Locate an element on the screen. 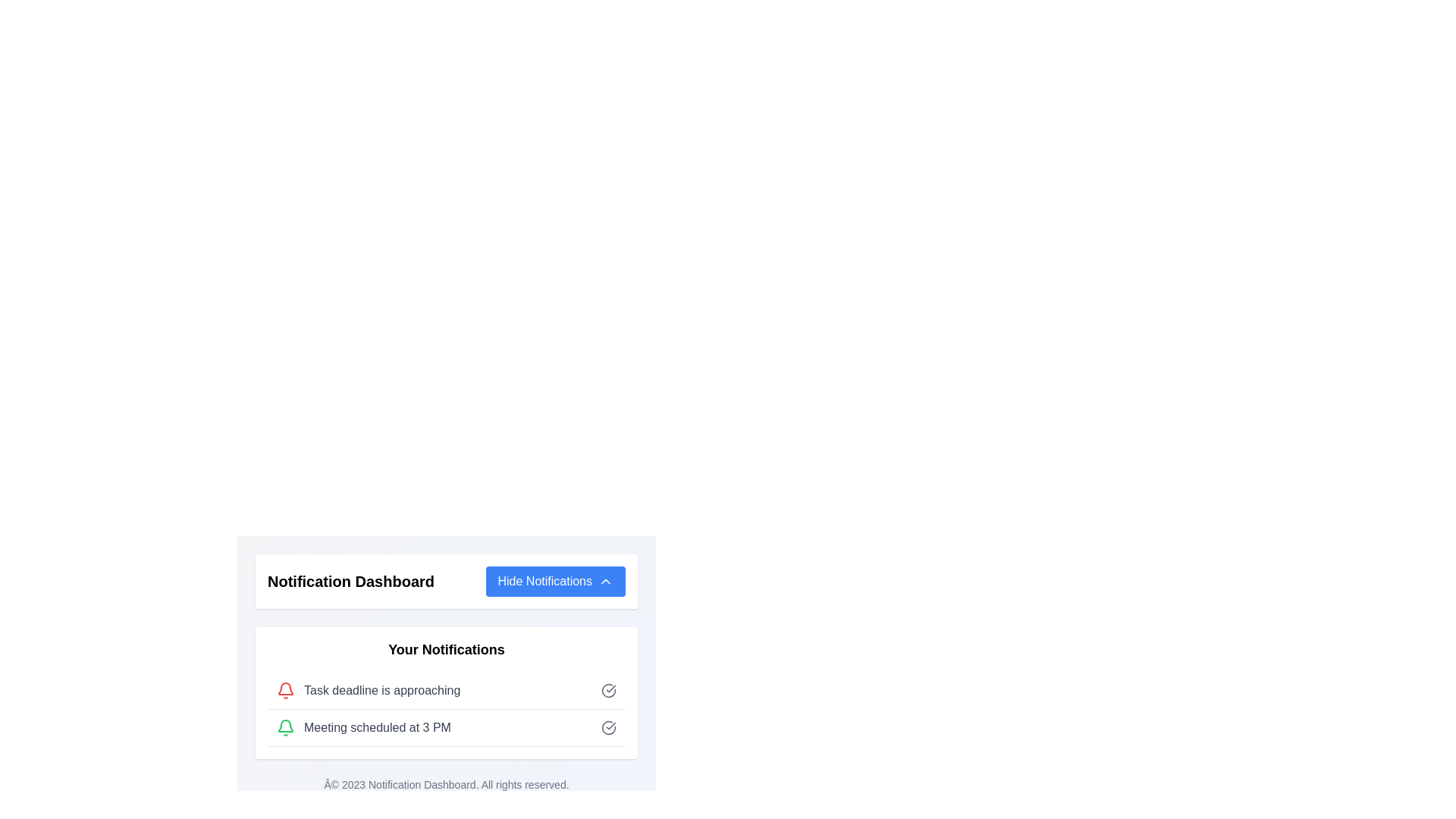 This screenshot has width=1456, height=819. the copyright notice text label in the footer of the interface, which displays '© 2023 Notification Dashboard. All rights reserved.' is located at coordinates (446, 784).